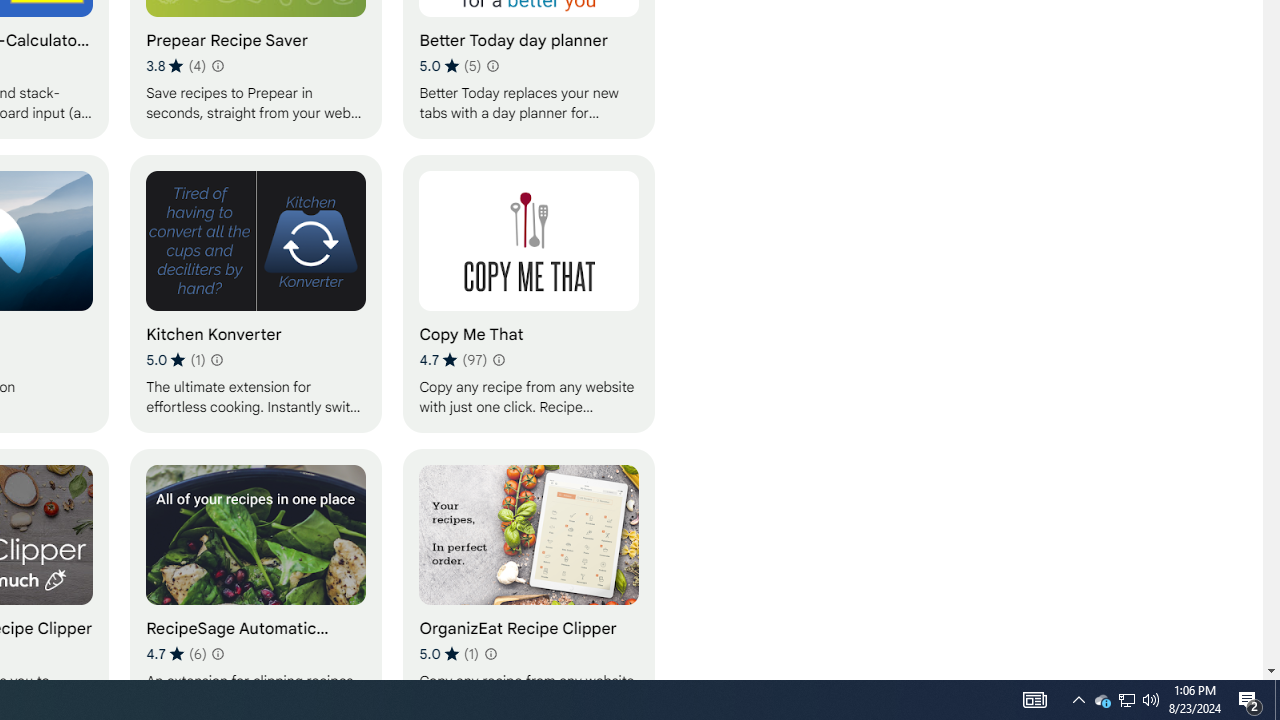  What do you see at coordinates (498, 360) in the screenshot?
I see `'Learn more about results and reviews "Copy Me That"'` at bounding box center [498, 360].